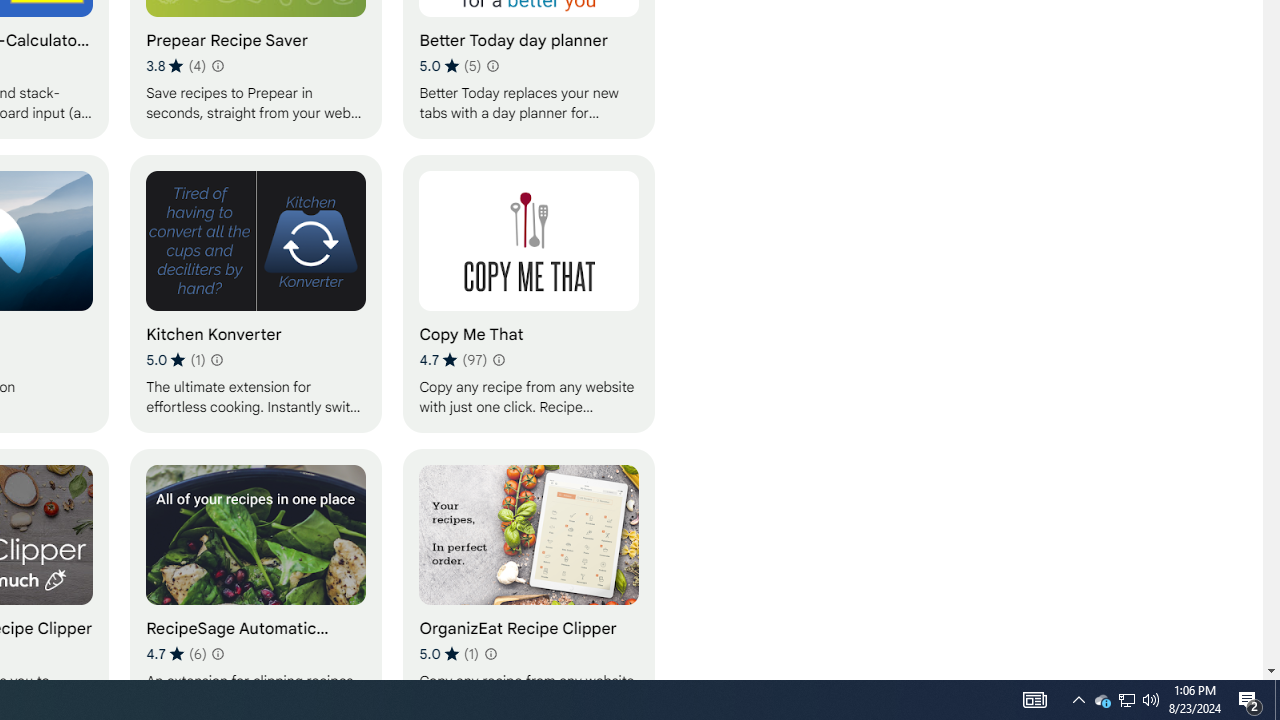  What do you see at coordinates (498, 360) in the screenshot?
I see `'Learn more about results and reviews "Copy Me That"'` at bounding box center [498, 360].